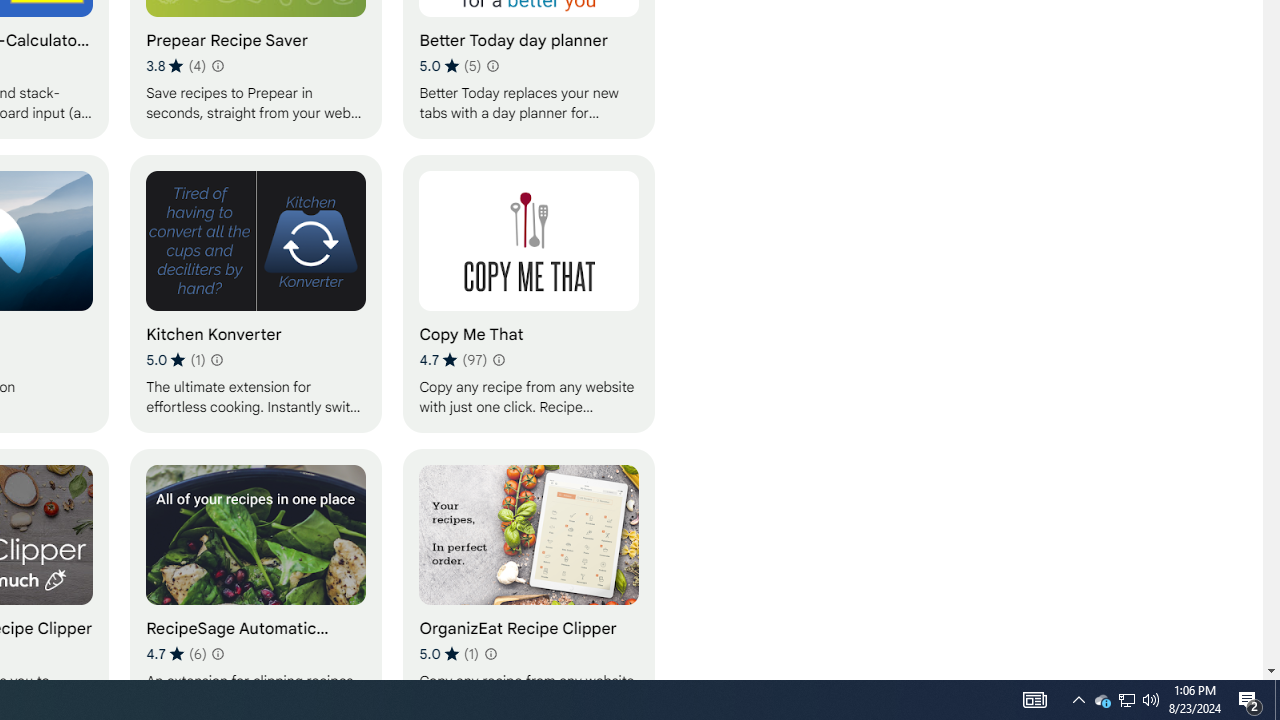  What do you see at coordinates (498, 360) in the screenshot?
I see `'Learn more about results and reviews "Copy Me That"'` at bounding box center [498, 360].